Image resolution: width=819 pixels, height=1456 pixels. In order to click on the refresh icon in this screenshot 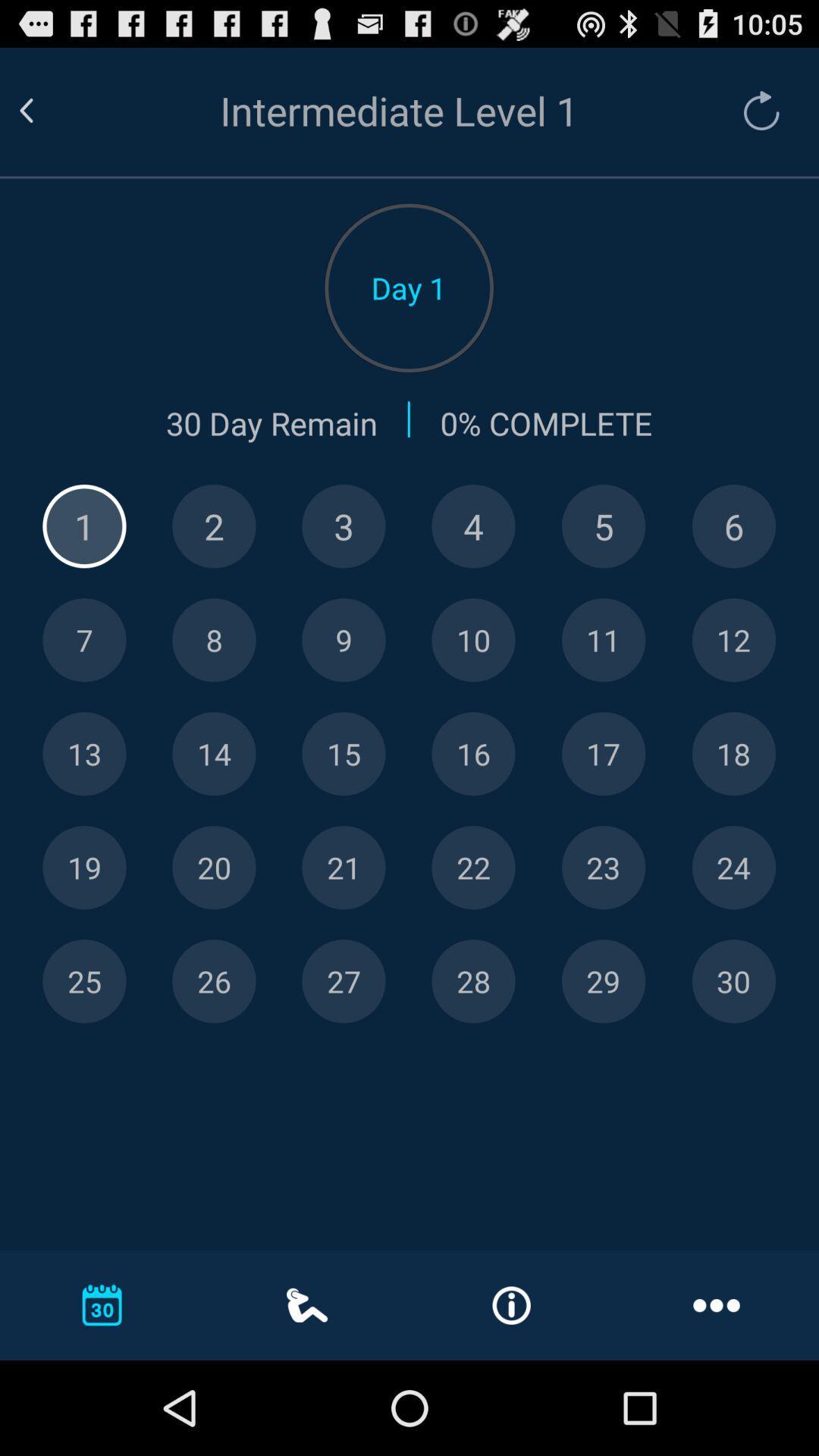, I will do `click(754, 118)`.